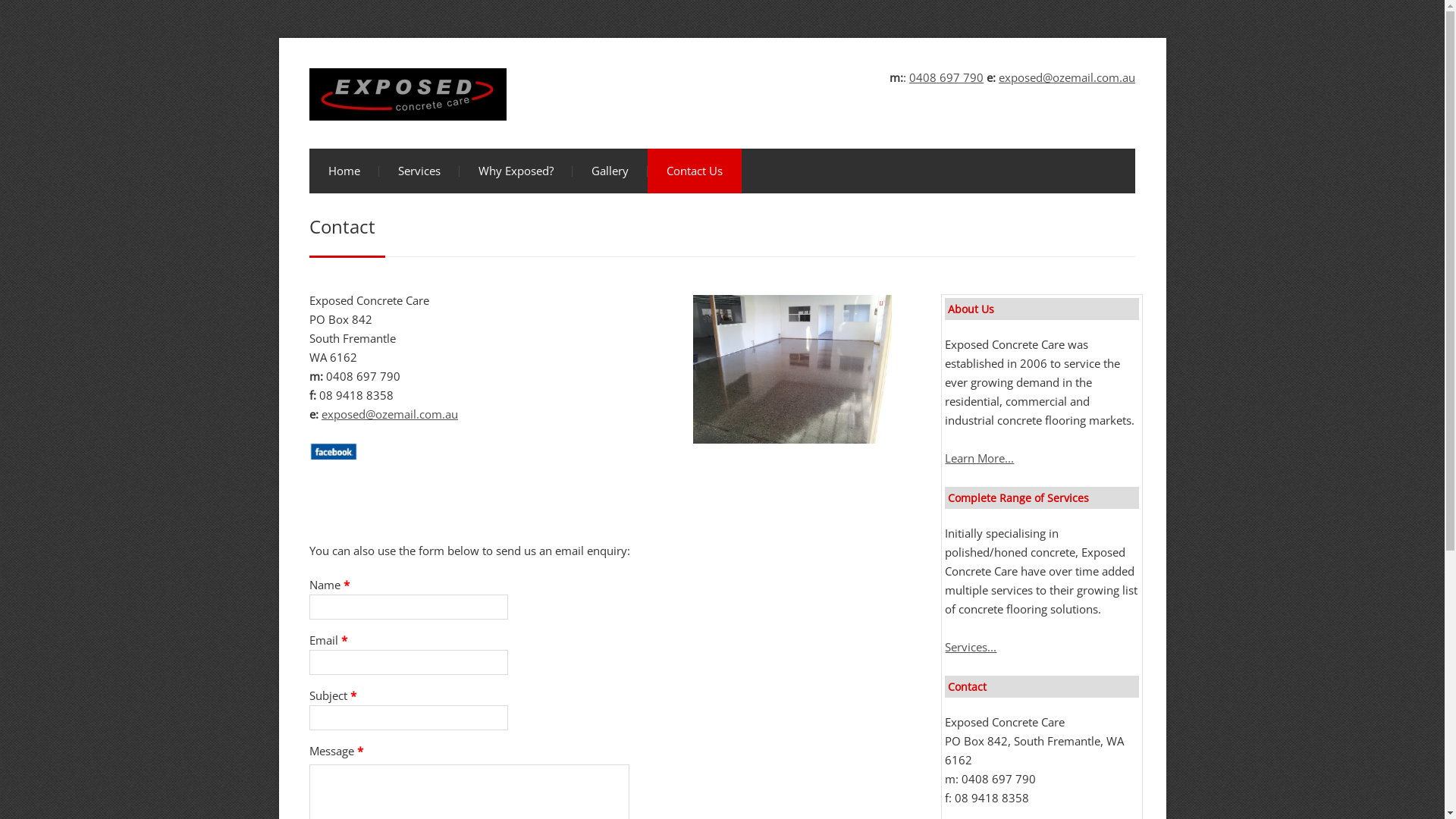  What do you see at coordinates (694, 171) in the screenshot?
I see `'Contact Us'` at bounding box center [694, 171].